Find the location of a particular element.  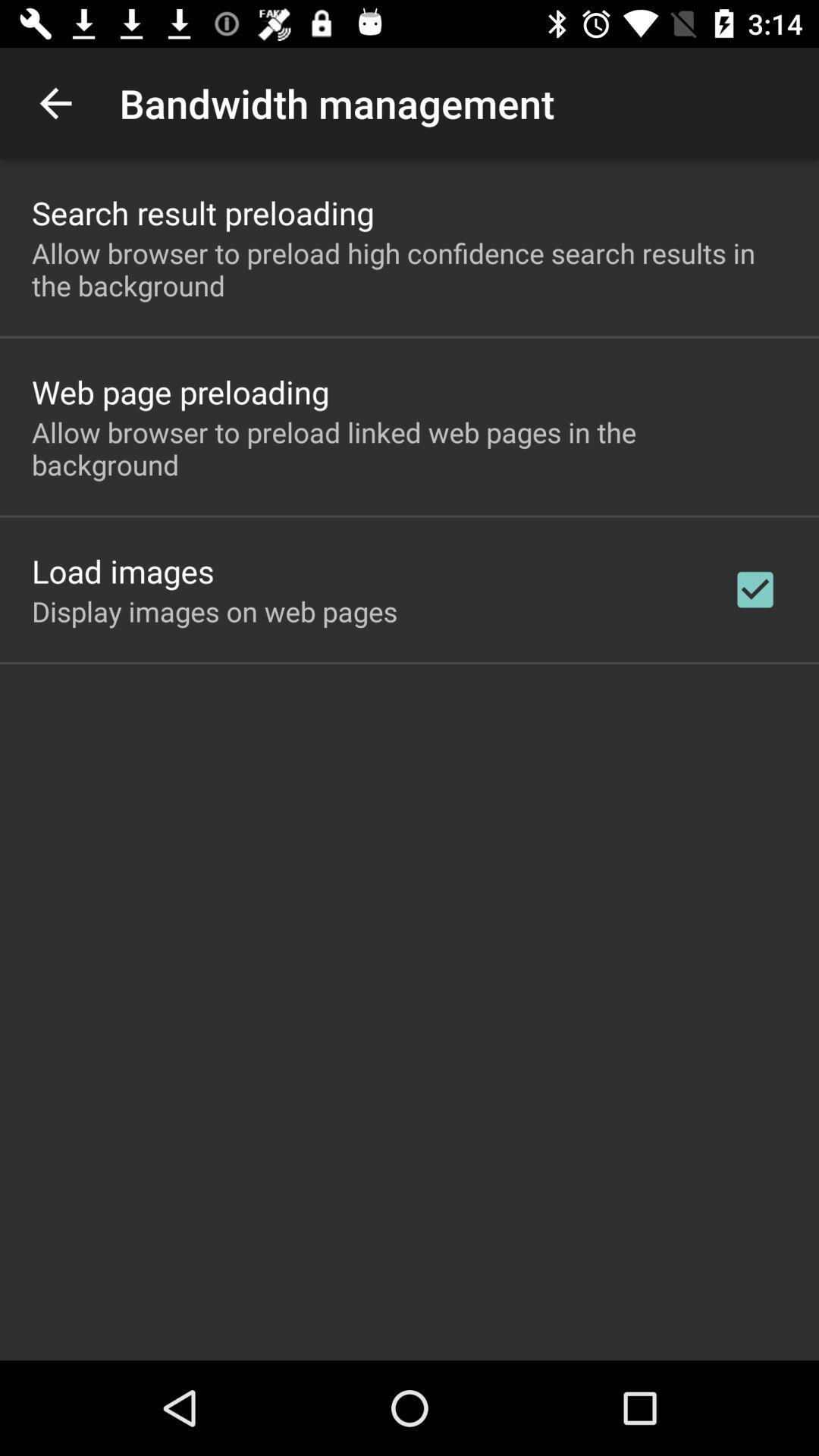

the icon below the load images is located at coordinates (215, 611).